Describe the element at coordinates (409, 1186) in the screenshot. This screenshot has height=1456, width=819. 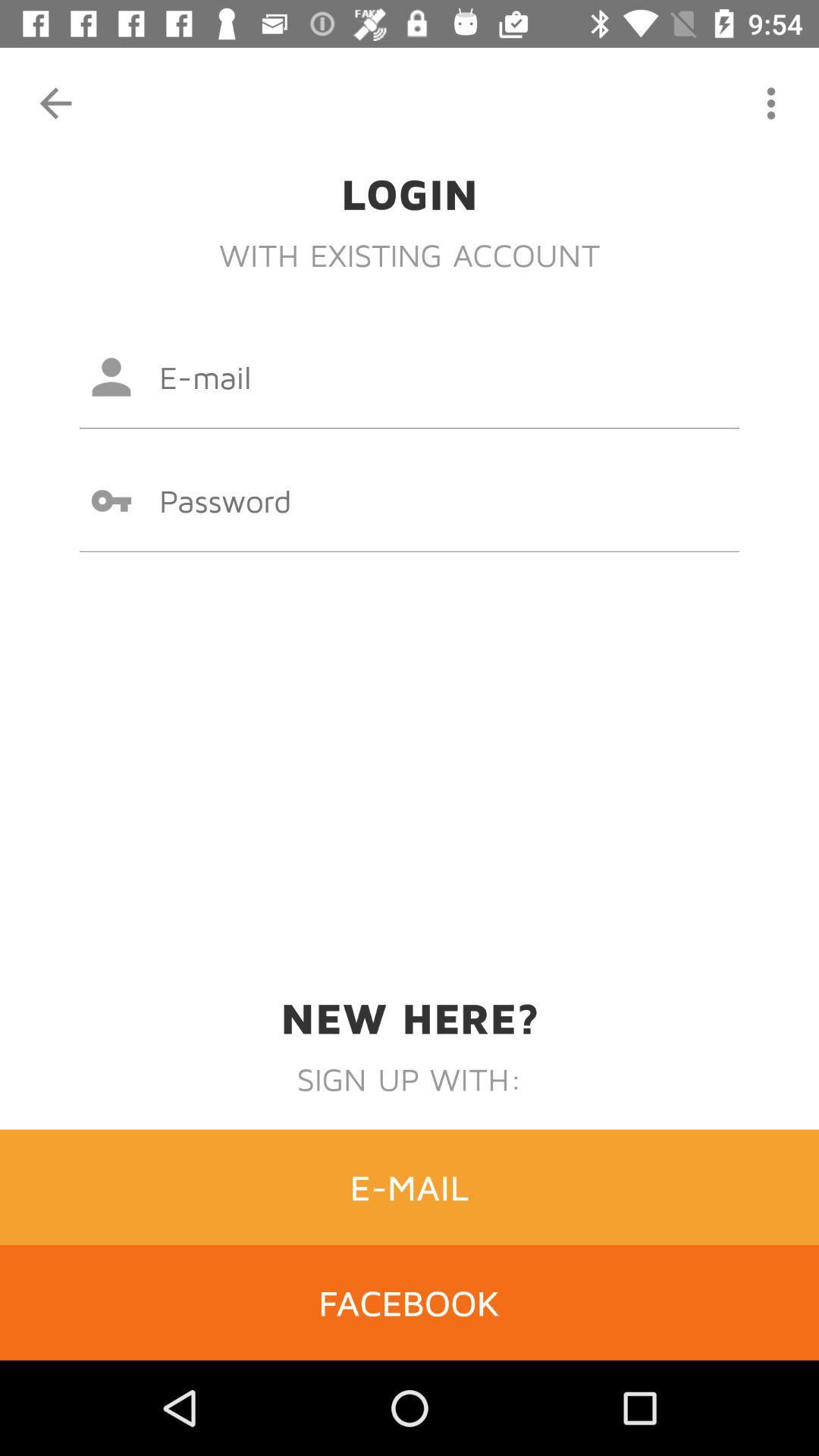
I see `the item below sign up with: icon` at that location.